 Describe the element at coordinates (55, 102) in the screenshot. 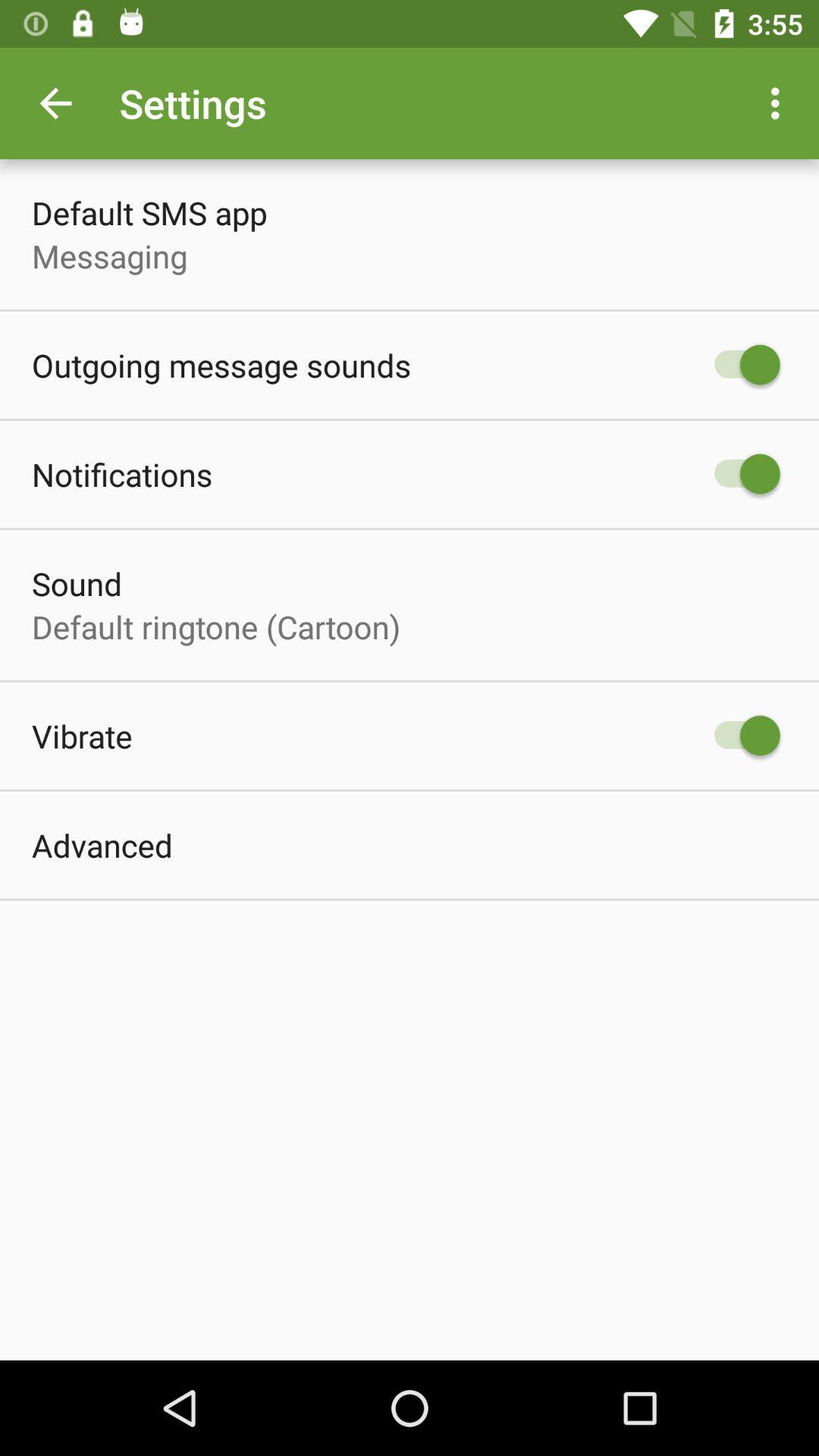

I see `the item to the left of settings app` at that location.